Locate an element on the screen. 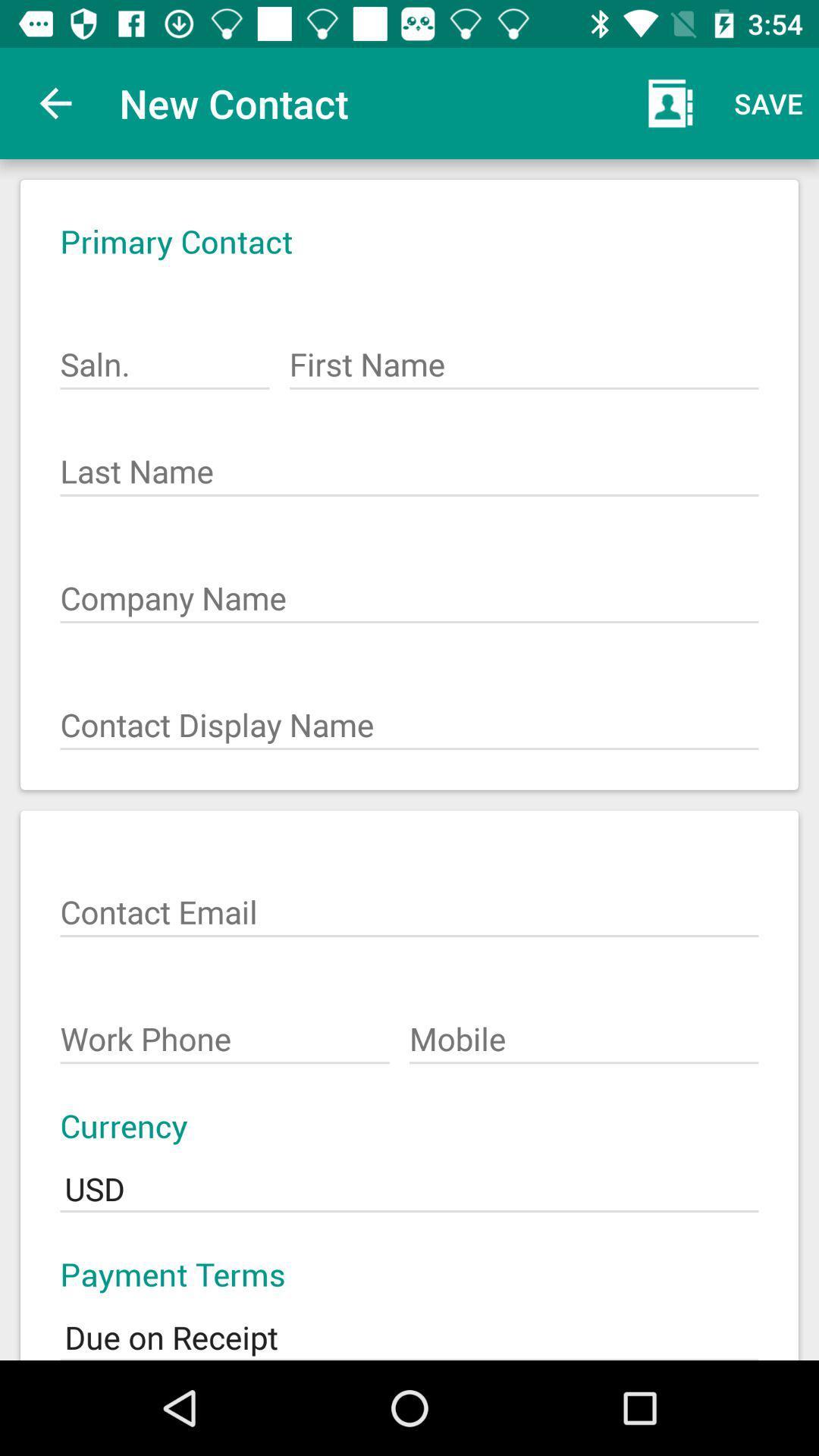 The height and width of the screenshot is (1456, 819). the icon below primary contact icon is located at coordinates (165, 356).